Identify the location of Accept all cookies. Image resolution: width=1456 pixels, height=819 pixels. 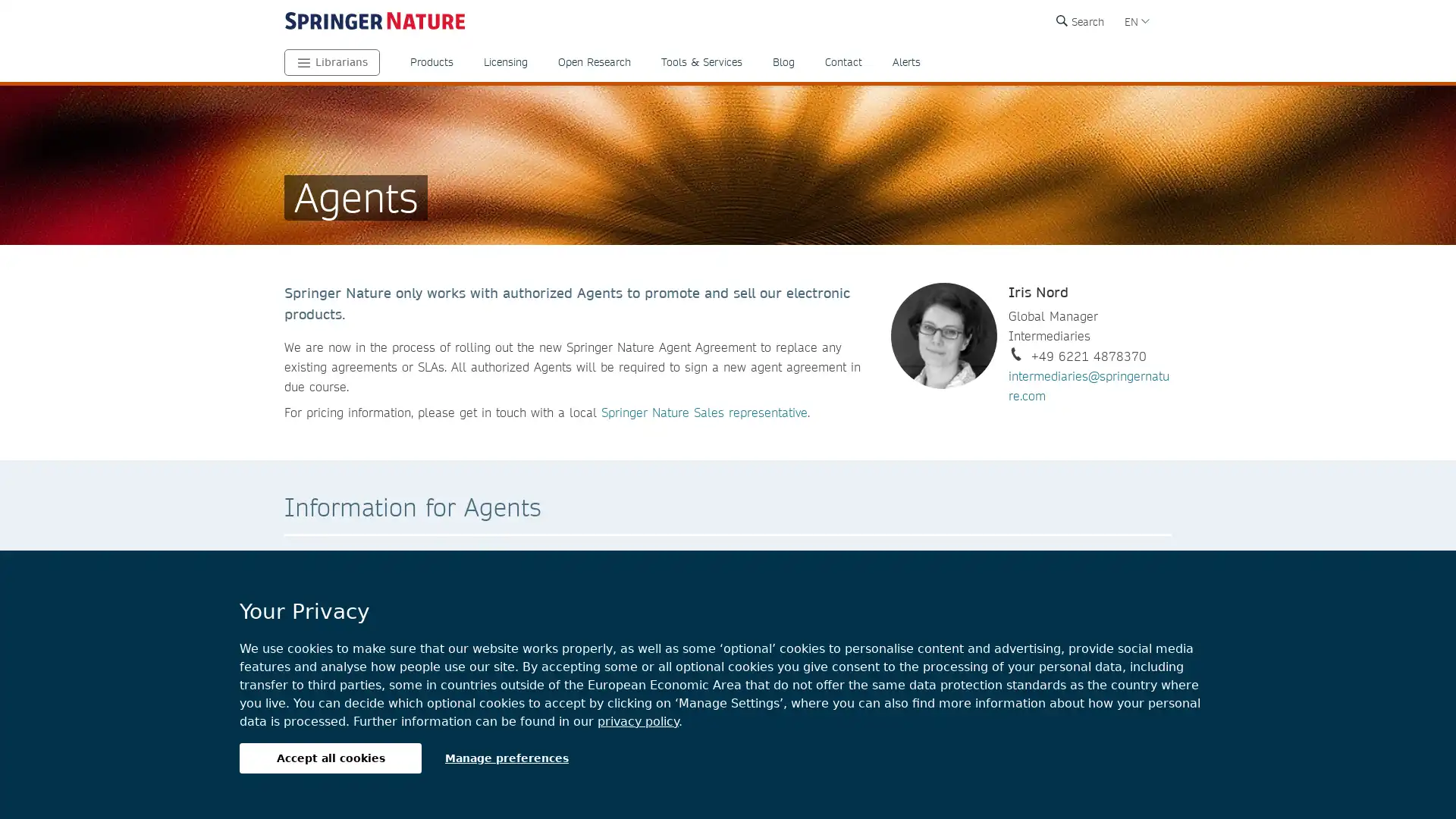
(330, 758).